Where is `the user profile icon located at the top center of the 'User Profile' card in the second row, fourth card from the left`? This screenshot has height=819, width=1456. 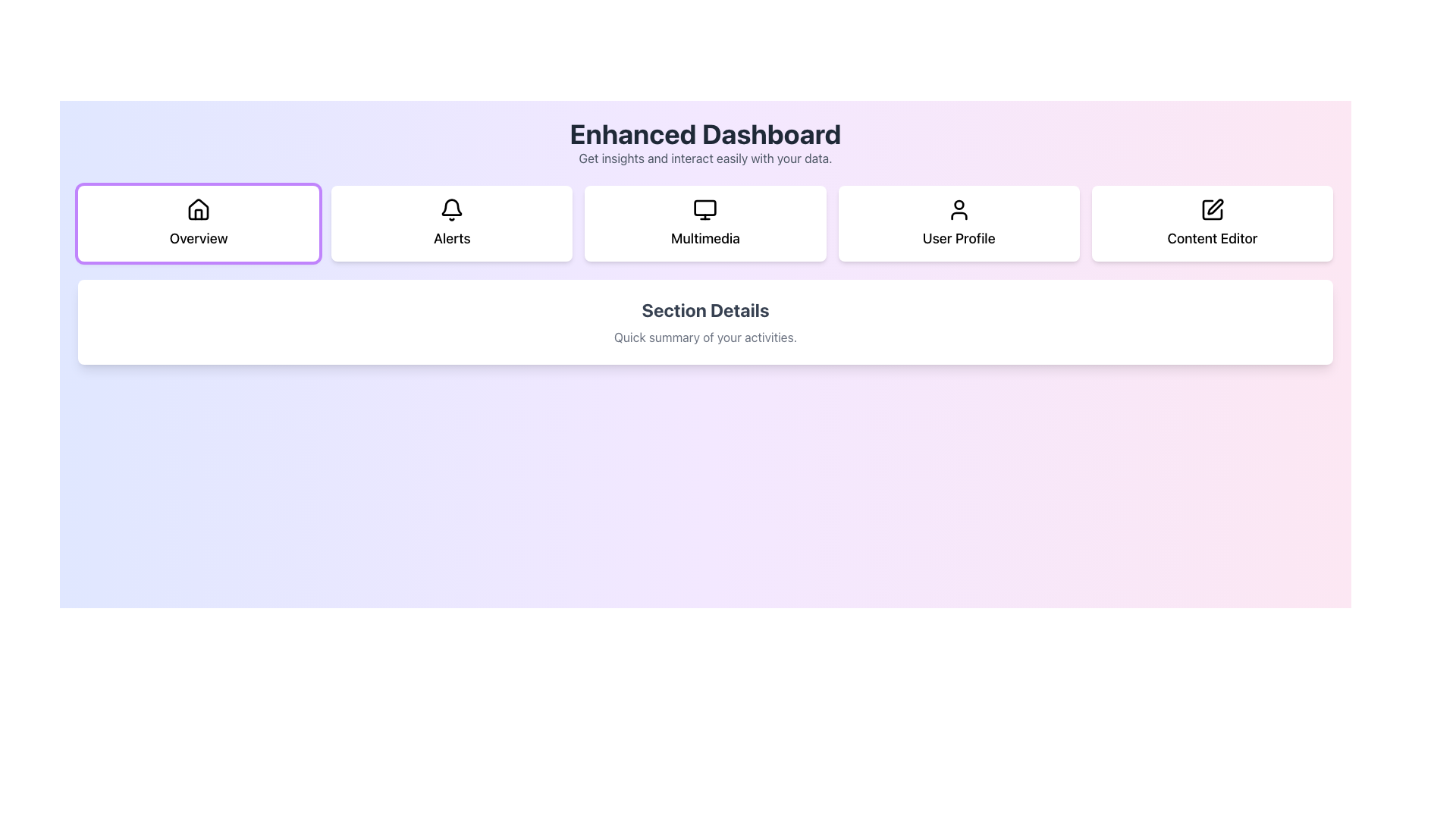 the user profile icon located at the top center of the 'User Profile' card in the second row, fourth card from the left is located at coordinates (958, 210).